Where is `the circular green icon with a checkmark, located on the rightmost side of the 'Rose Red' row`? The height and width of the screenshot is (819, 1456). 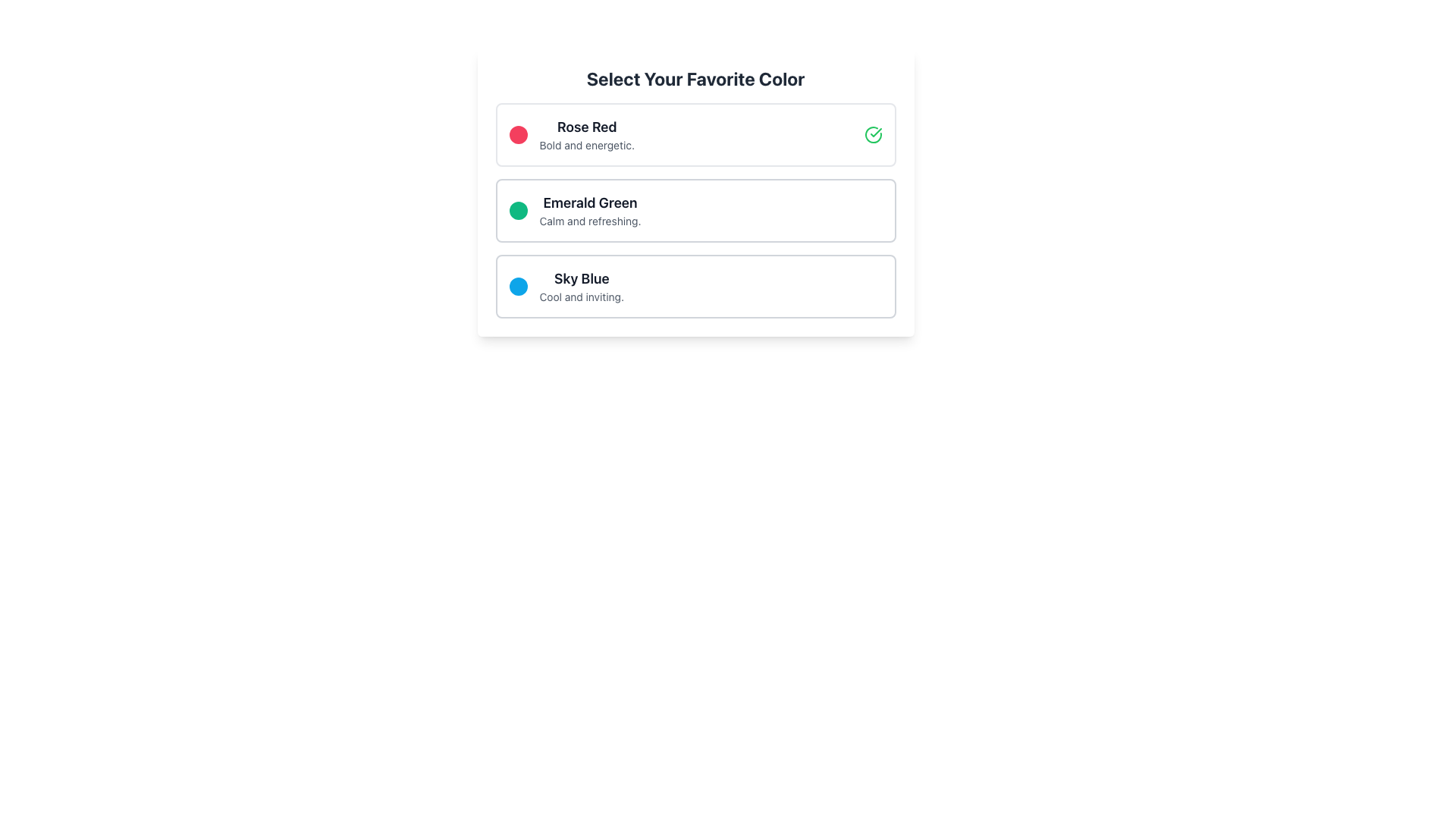 the circular green icon with a checkmark, located on the rightmost side of the 'Rose Red' row is located at coordinates (873, 133).